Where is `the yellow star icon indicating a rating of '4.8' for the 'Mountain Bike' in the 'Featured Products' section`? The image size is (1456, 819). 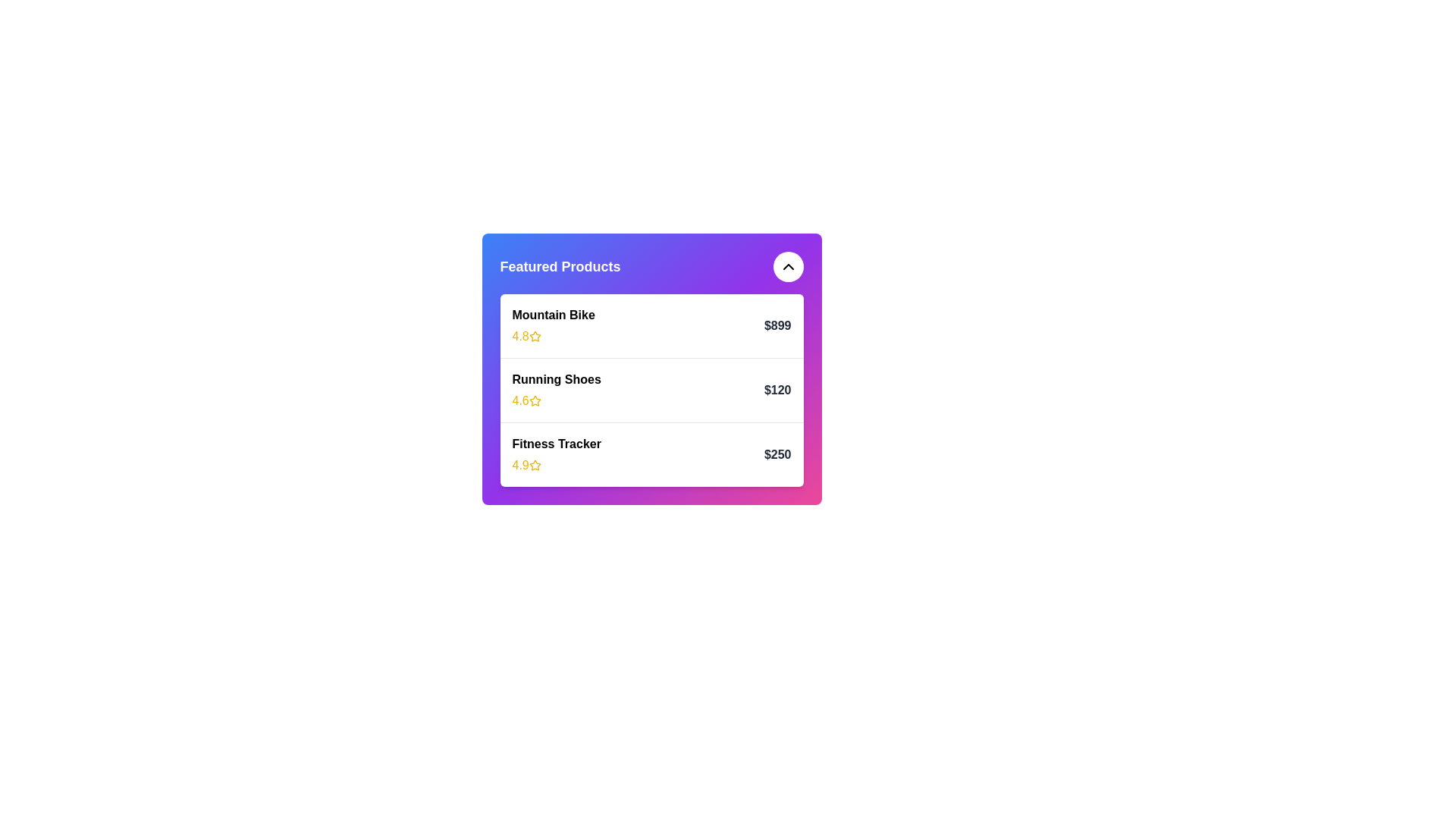
the yellow star icon indicating a rating of '4.8' for the 'Mountain Bike' in the 'Featured Products' section is located at coordinates (535, 335).